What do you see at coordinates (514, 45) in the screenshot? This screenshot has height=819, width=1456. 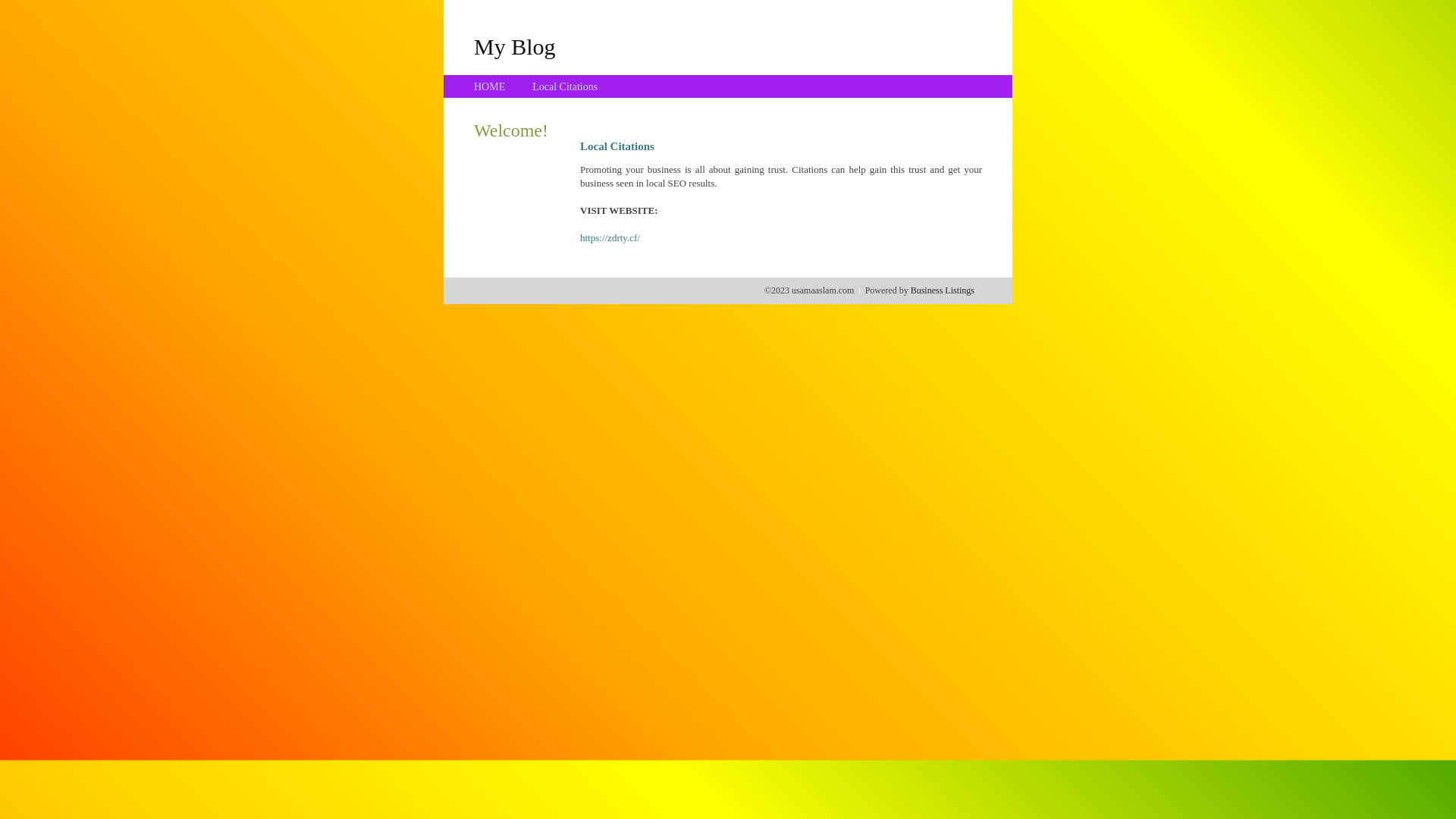 I see `'My Blog'` at bounding box center [514, 45].